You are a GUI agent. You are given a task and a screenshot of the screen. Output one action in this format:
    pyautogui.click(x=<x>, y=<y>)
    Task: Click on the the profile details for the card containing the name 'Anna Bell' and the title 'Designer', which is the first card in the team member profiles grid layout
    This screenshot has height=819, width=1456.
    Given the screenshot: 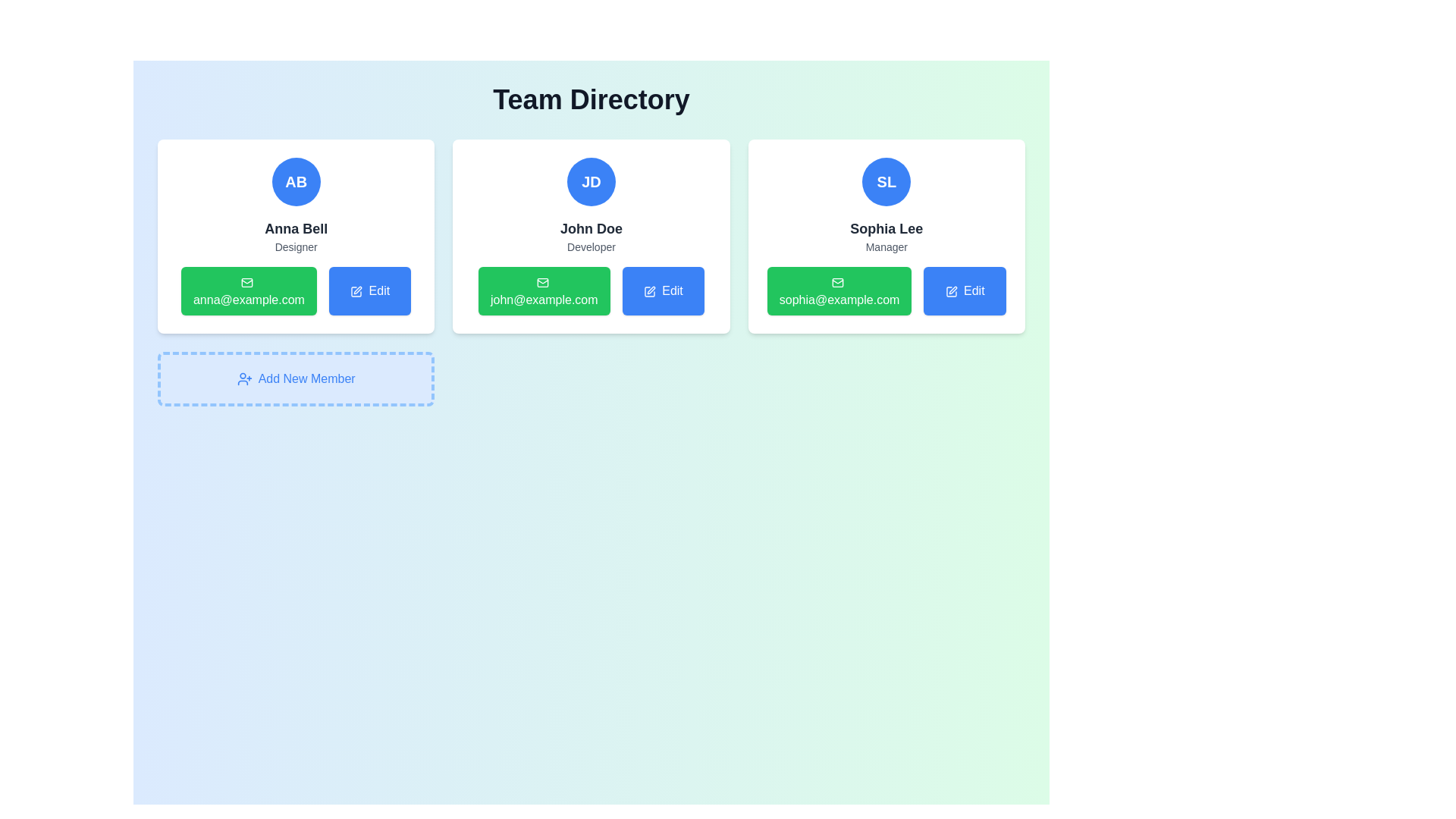 What is the action you would take?
    pyautogui.click(x=296, y=237)
    